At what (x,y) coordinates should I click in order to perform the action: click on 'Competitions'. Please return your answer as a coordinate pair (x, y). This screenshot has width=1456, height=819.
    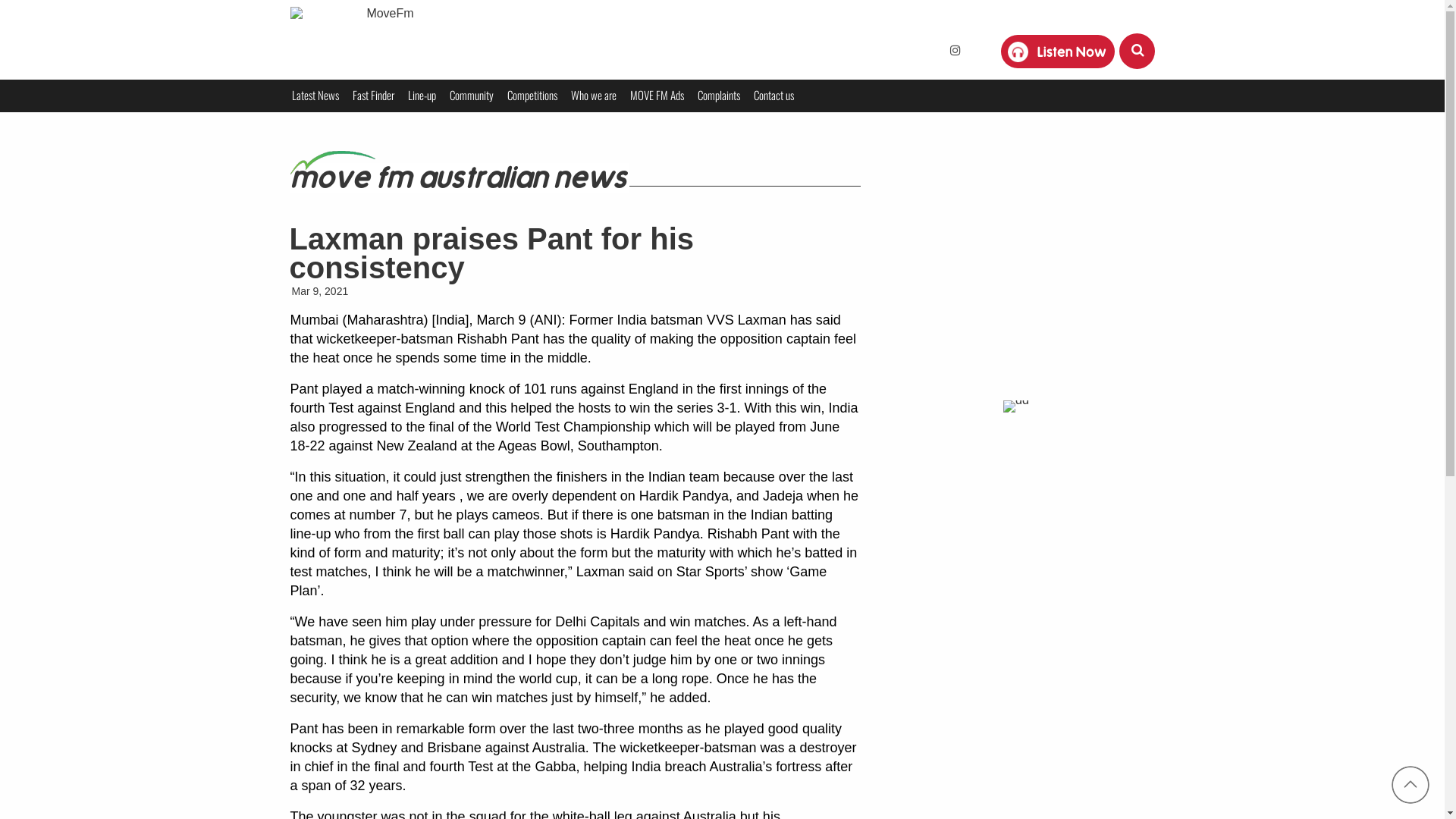
    Looking at the image, I should click on (532, 96).